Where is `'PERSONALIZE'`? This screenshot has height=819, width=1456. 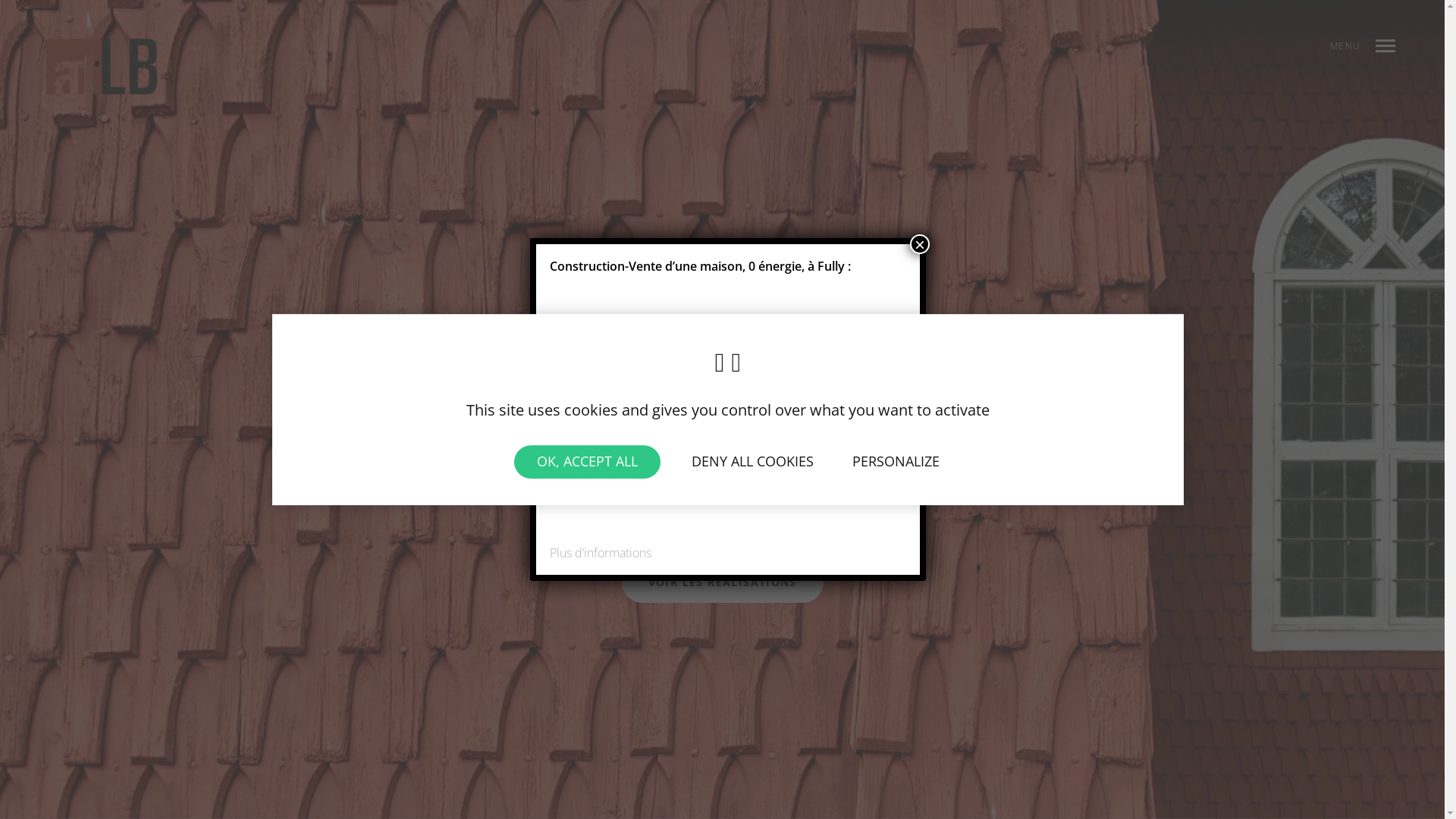
'PERSONALIZE' is located at coordinates (896, 461).